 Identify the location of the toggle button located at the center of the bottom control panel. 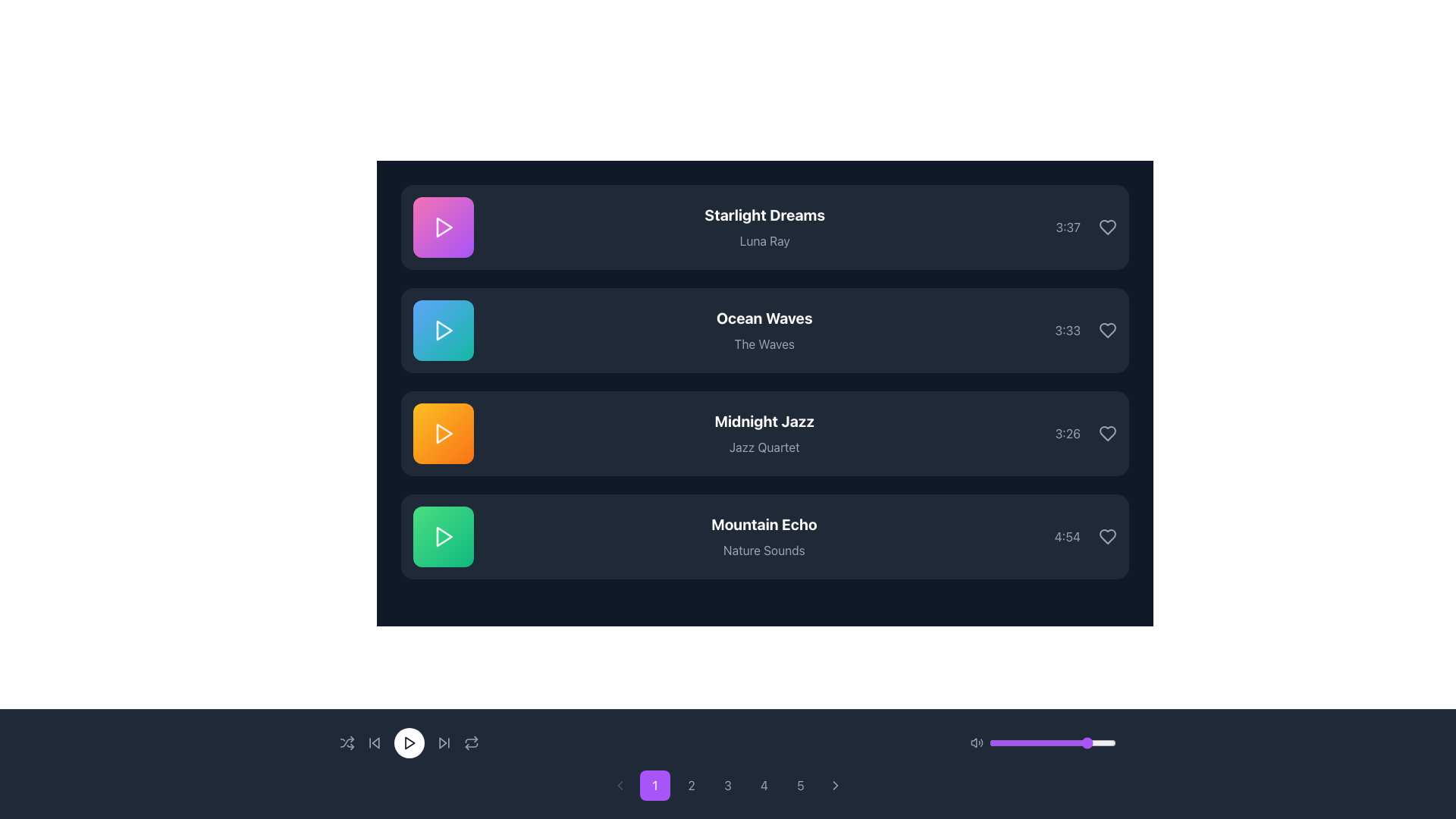
(471, 742).